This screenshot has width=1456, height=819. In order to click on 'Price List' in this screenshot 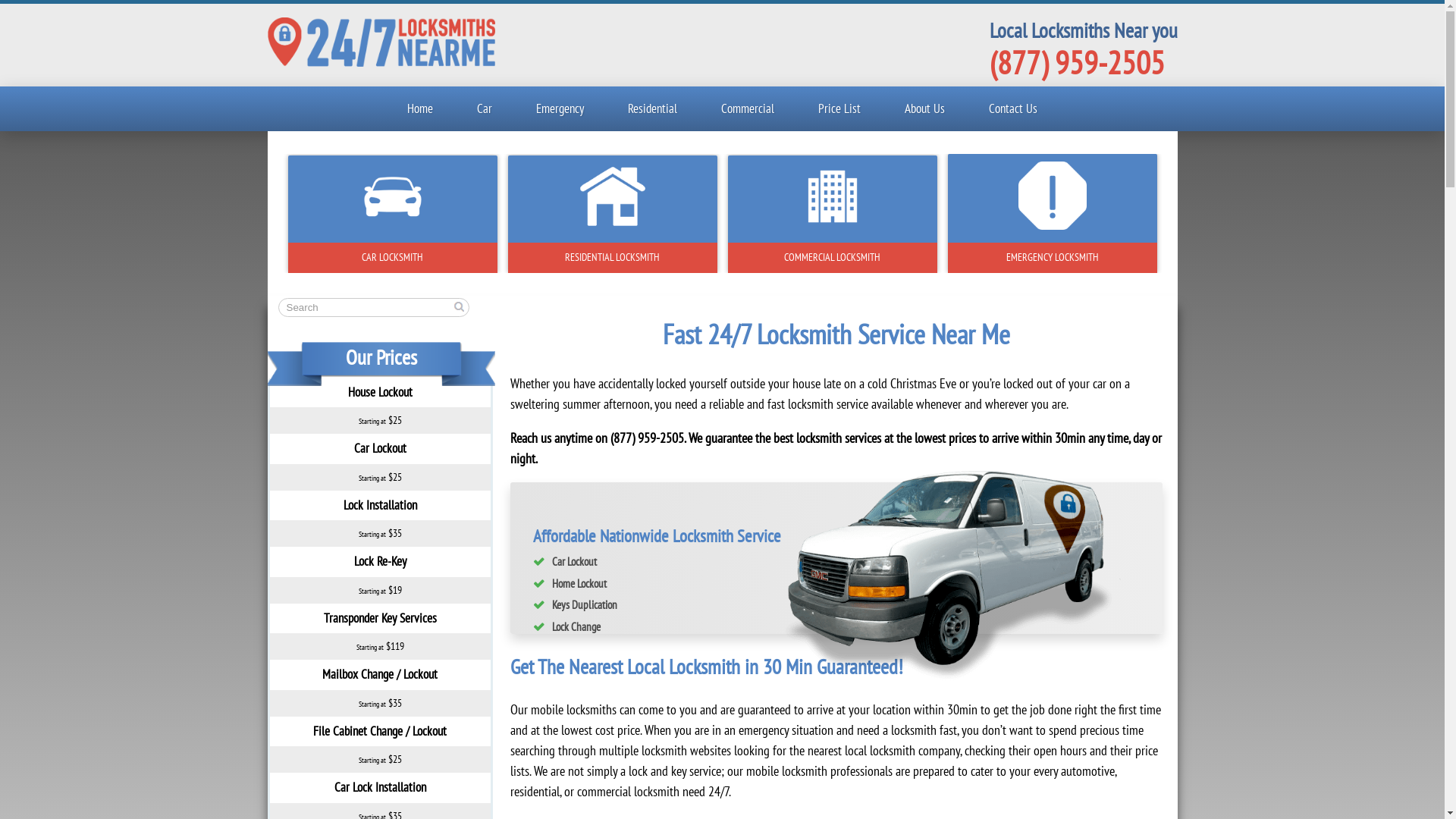, I will do `click(839, 108)`.